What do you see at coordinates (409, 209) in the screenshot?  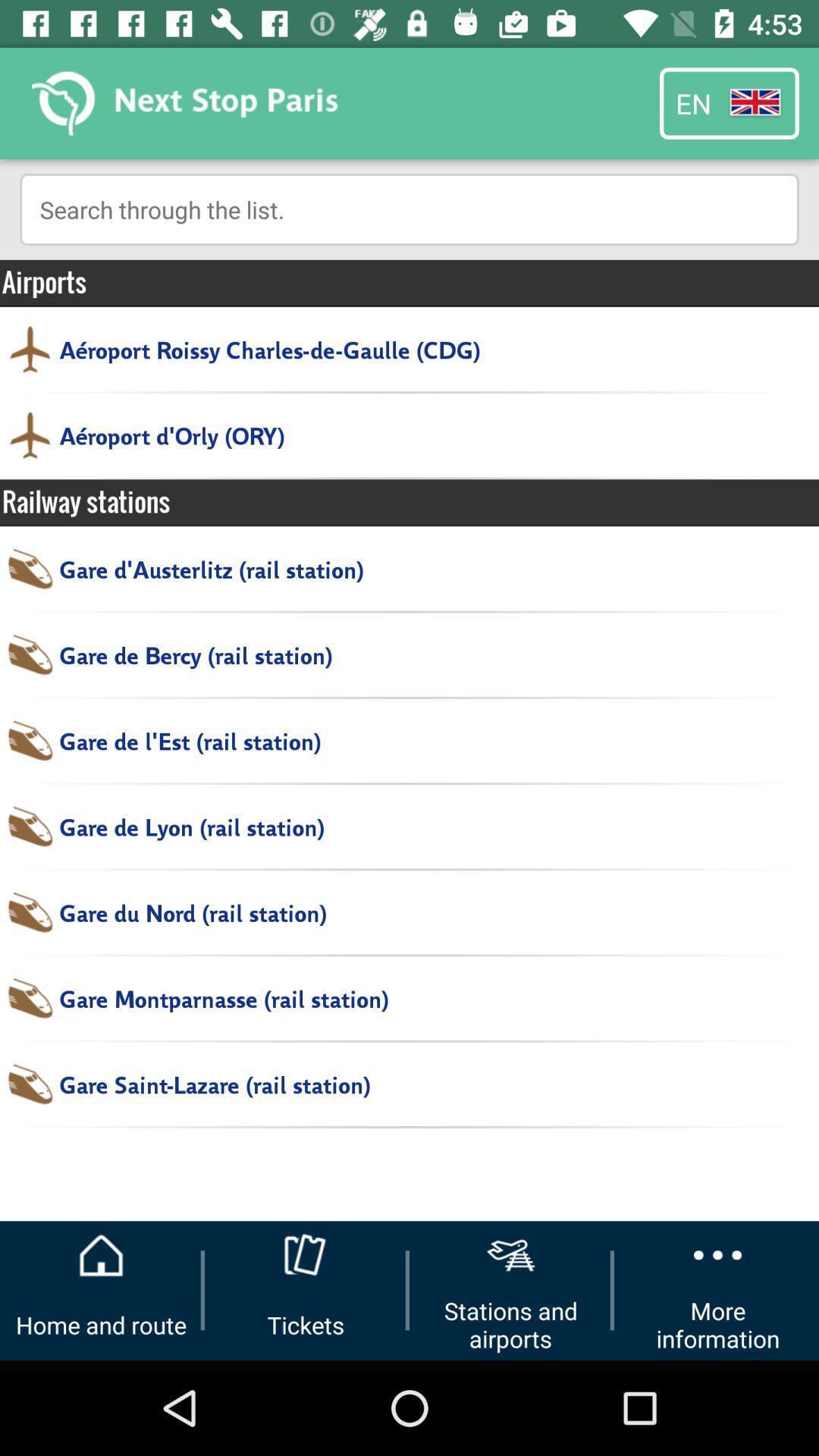 I see `the item above airports icon` at bounding box center [409, 209].